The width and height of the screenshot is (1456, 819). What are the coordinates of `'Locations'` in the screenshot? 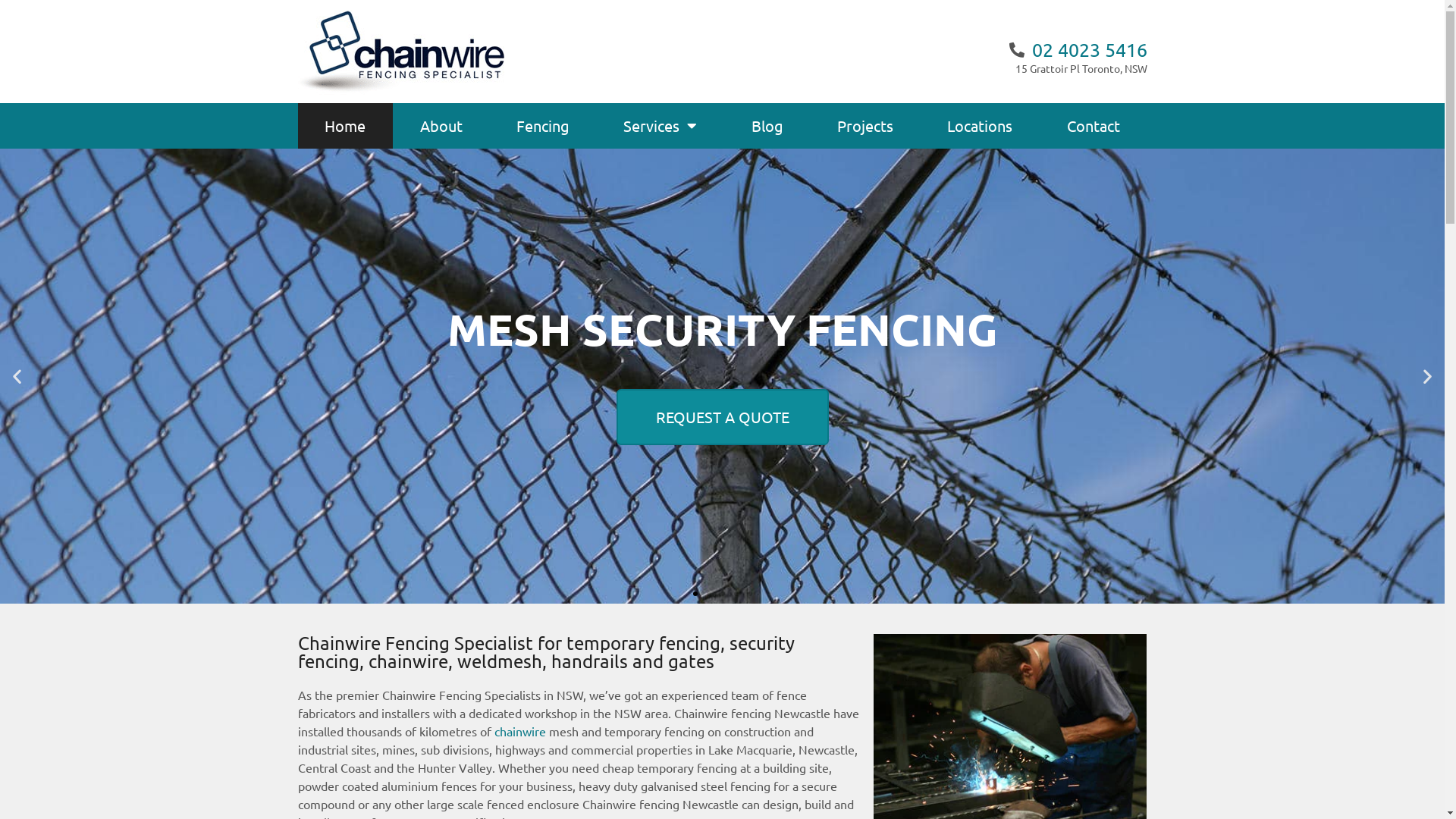 It's located at (980, 124).